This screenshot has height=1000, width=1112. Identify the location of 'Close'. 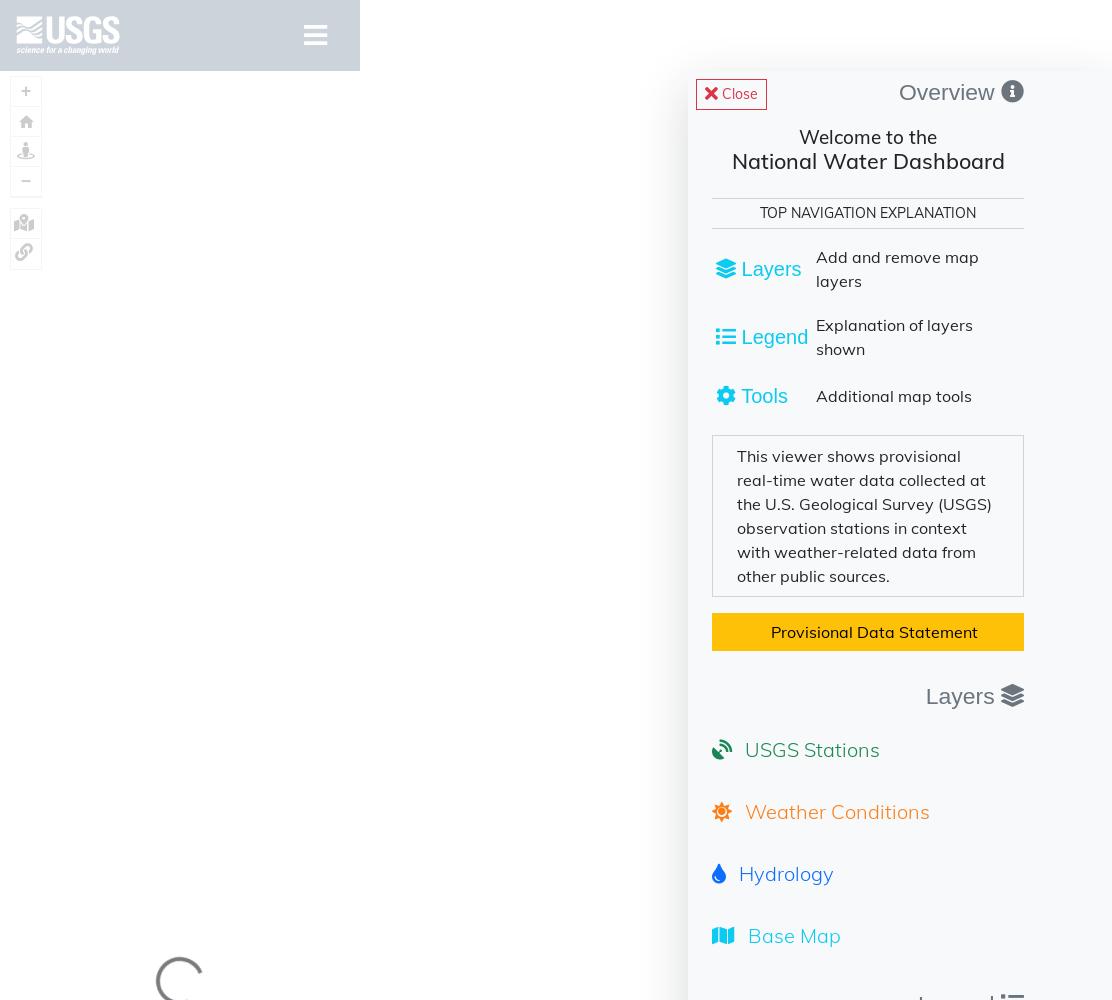
(738, 93).